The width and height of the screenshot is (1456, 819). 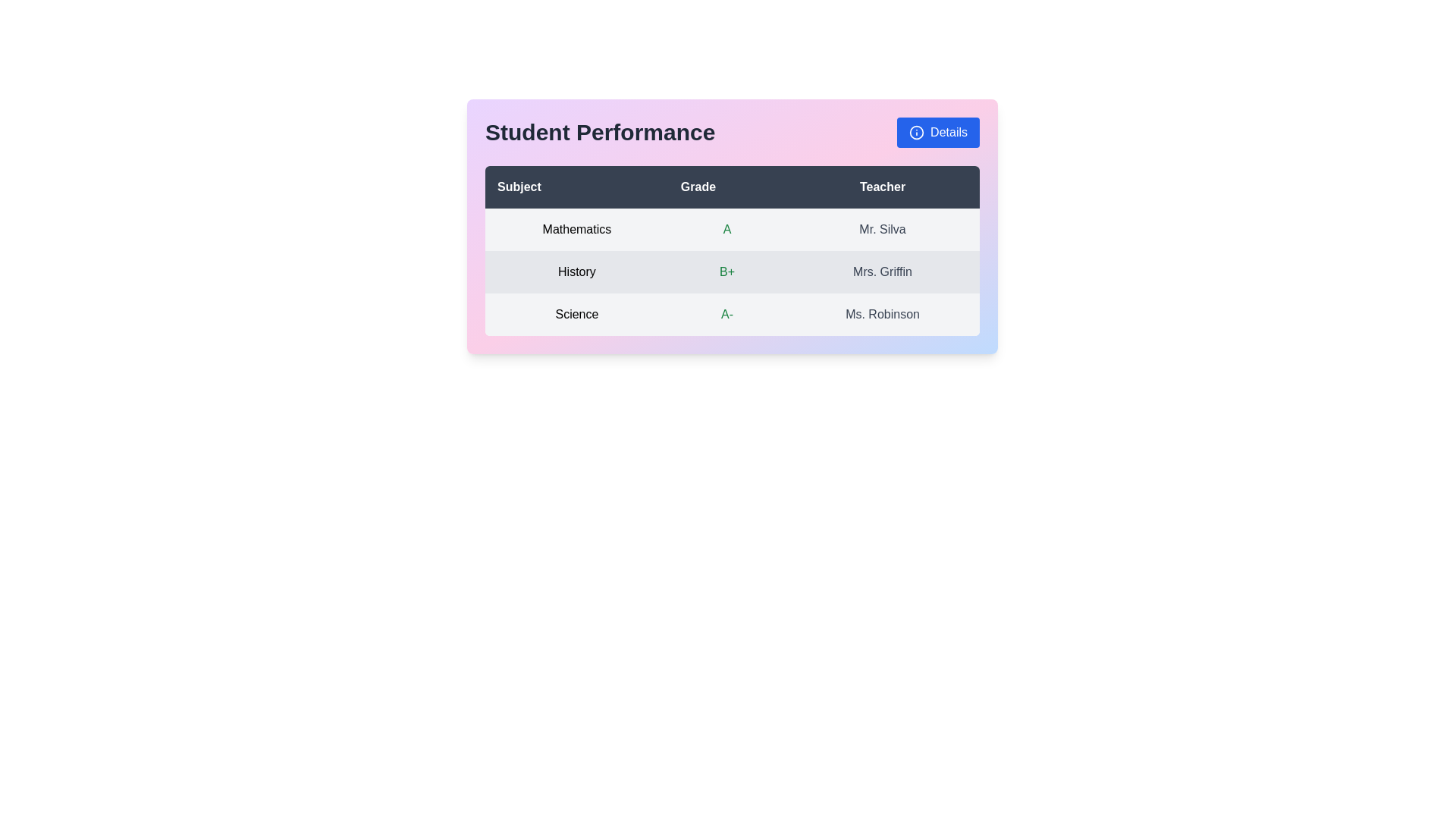 What do you see at coordinates (726, 271) in the screenshot?
I see `the text label displaying 'B+' in the Grade column of the table, which is styled in green and located in the second row under the subject 'History'` at bounding box center [726, 271].